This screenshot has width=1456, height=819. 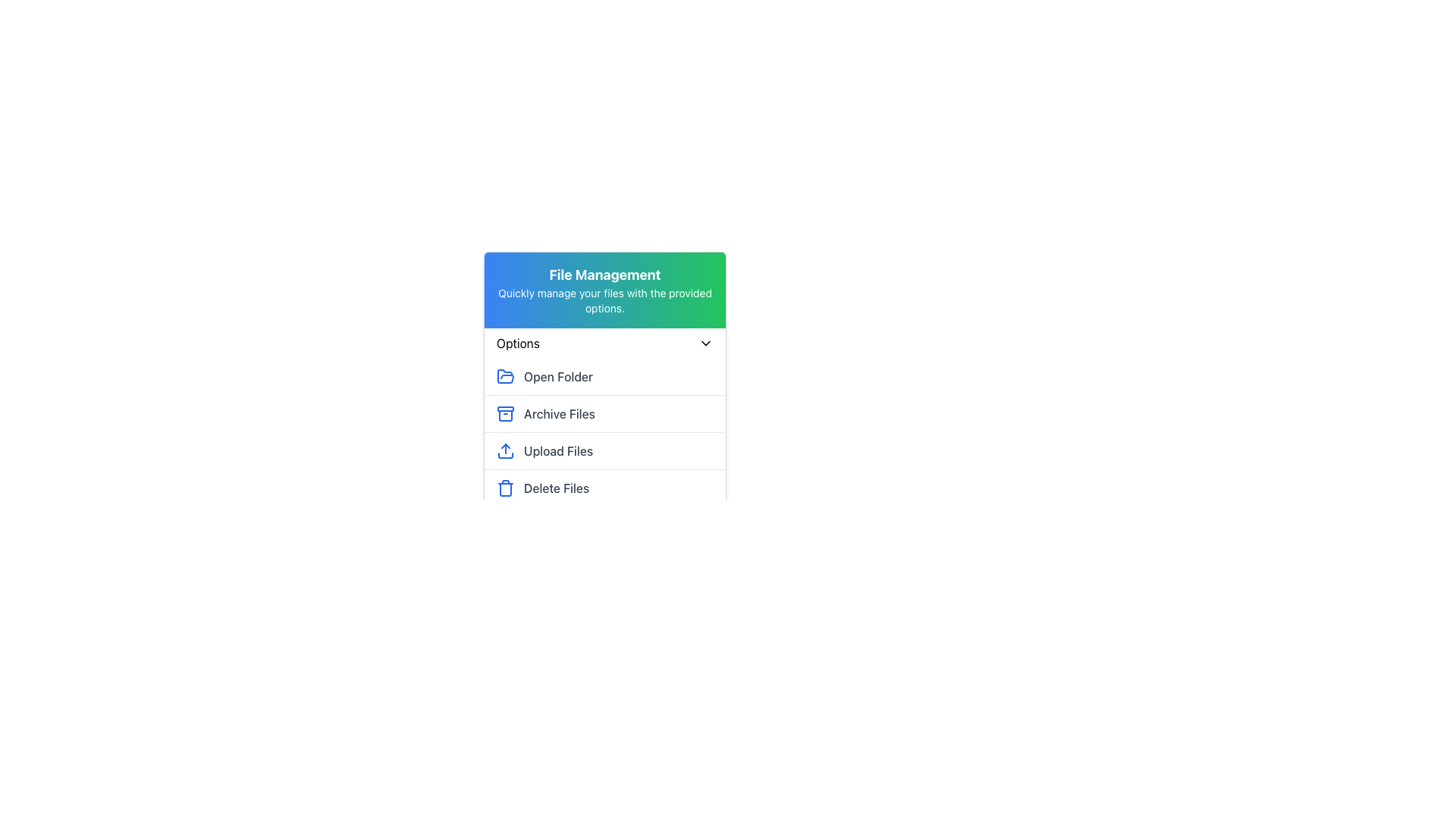 I want to click on the open folder icon located in the 'Options' section of the file management interface, so click(x=506, y=375).